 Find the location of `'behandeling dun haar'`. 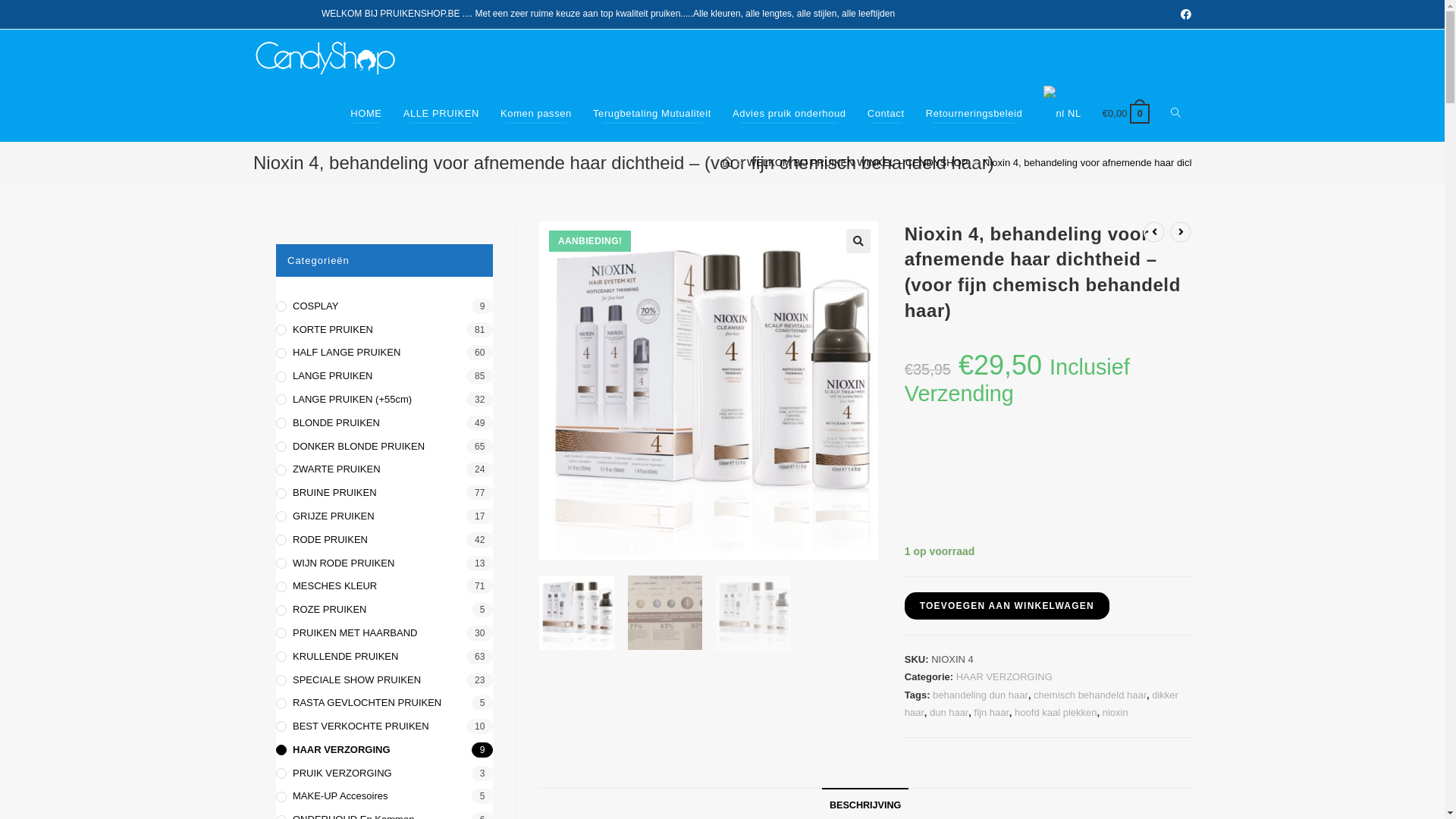

'behandeling dun haar' is located at coordinates (931, 695).